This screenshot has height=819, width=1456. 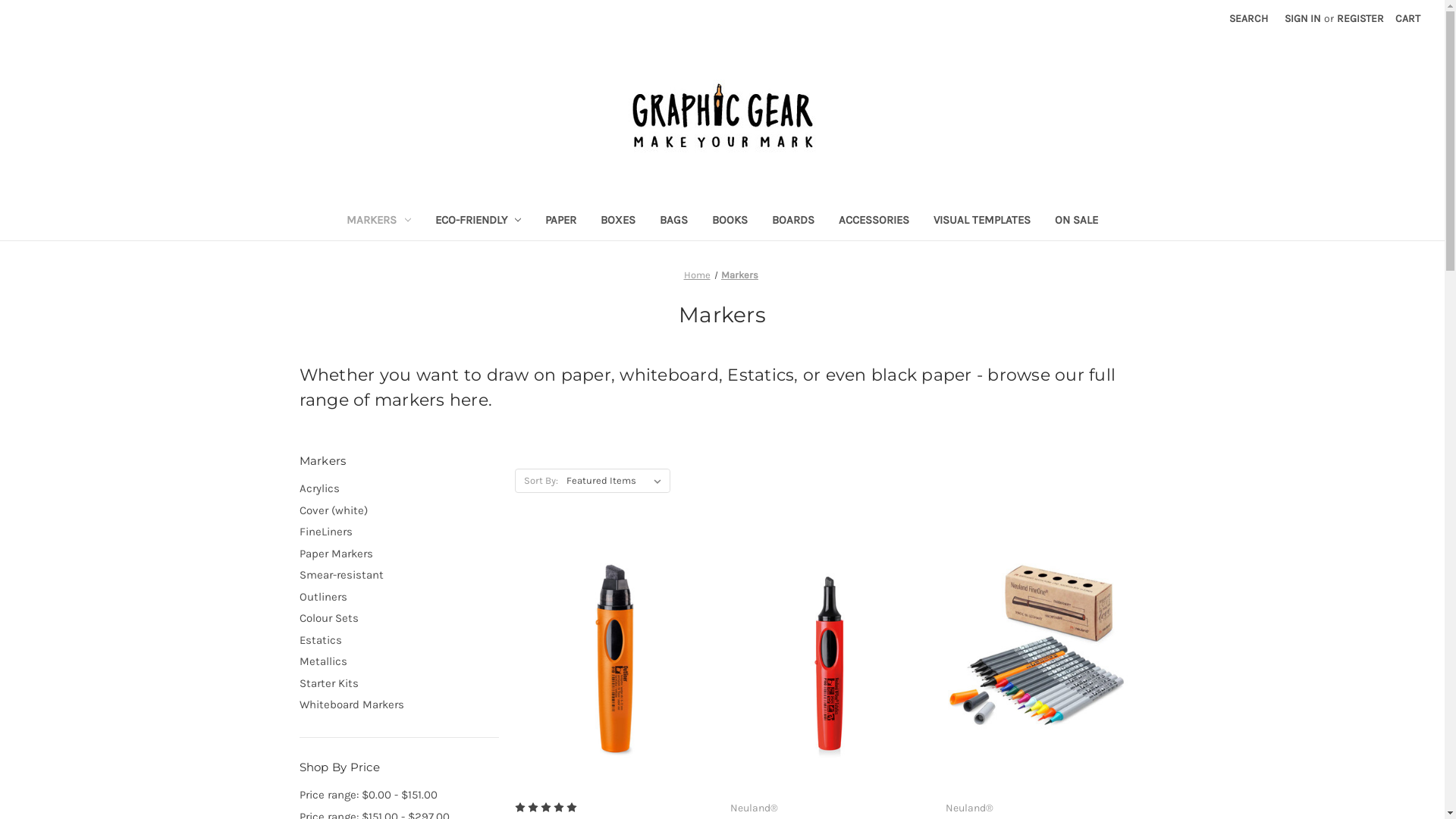 What do you see at coordinates (628, 116) in the screenshot?
I see `'Graphic Gear'` at bounding box center [628, 116].